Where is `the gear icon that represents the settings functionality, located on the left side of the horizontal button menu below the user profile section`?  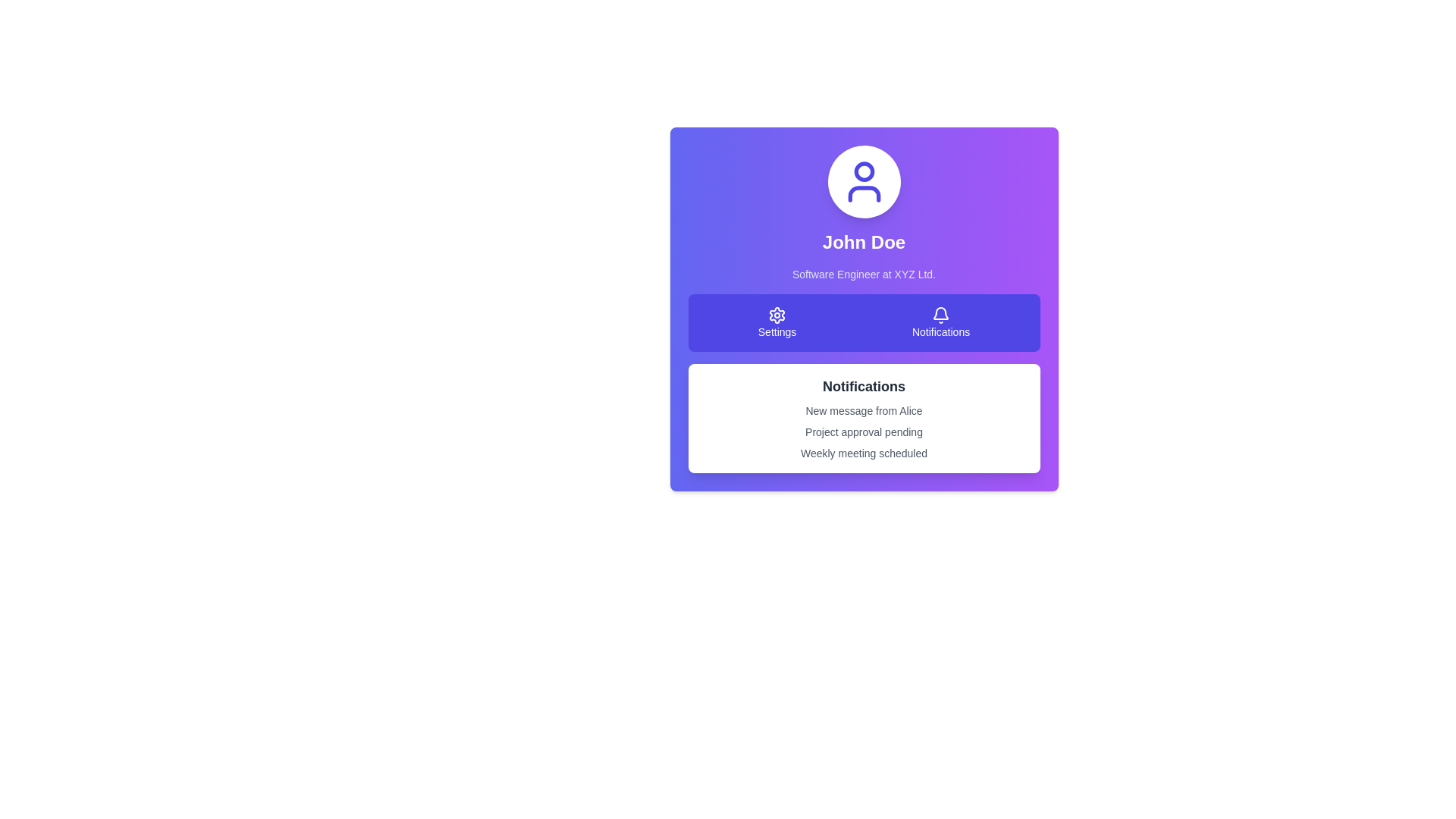
the gear icon that represents the settings functionality, located on the left side of the horizontal button menu below the user profile section is located at coordinates (777, 315).